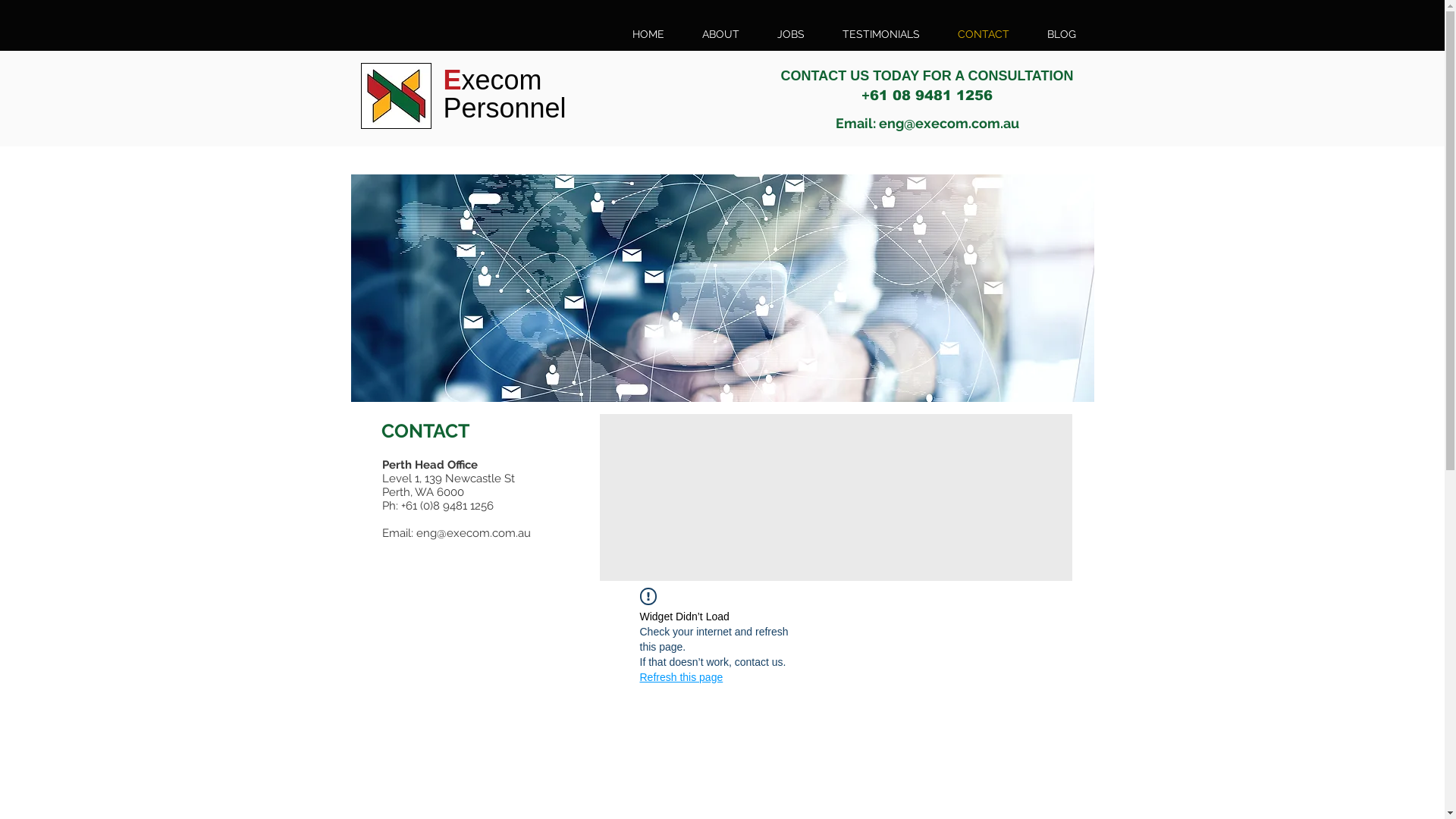  What do you see at coordinates (880, 34) in the screenshot?
I see `'TESTIMONIALS'` at bounding box center [880, 34].